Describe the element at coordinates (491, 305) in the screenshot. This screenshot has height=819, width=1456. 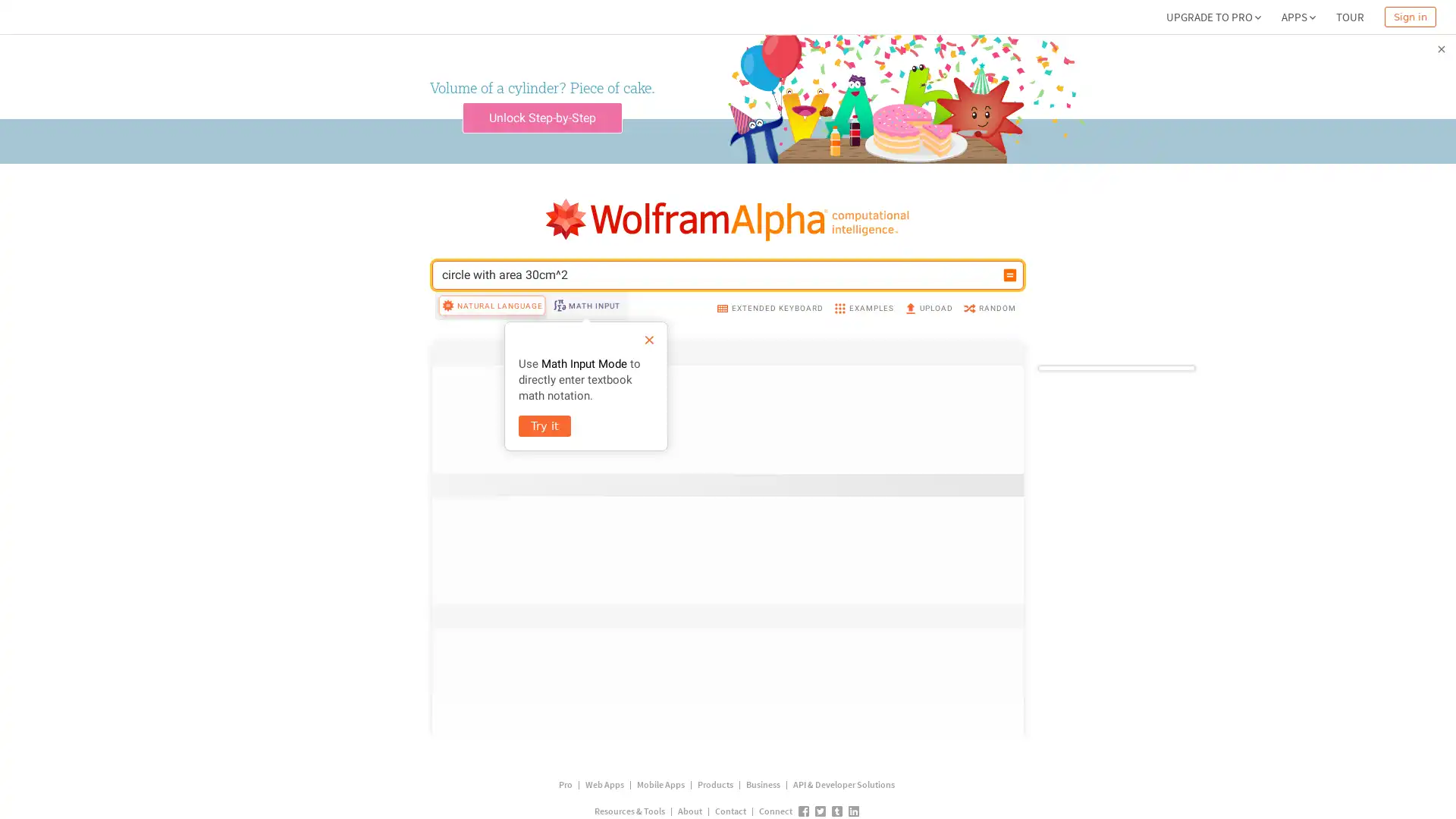
I see `NATURAL LANGUAGE` at that location.